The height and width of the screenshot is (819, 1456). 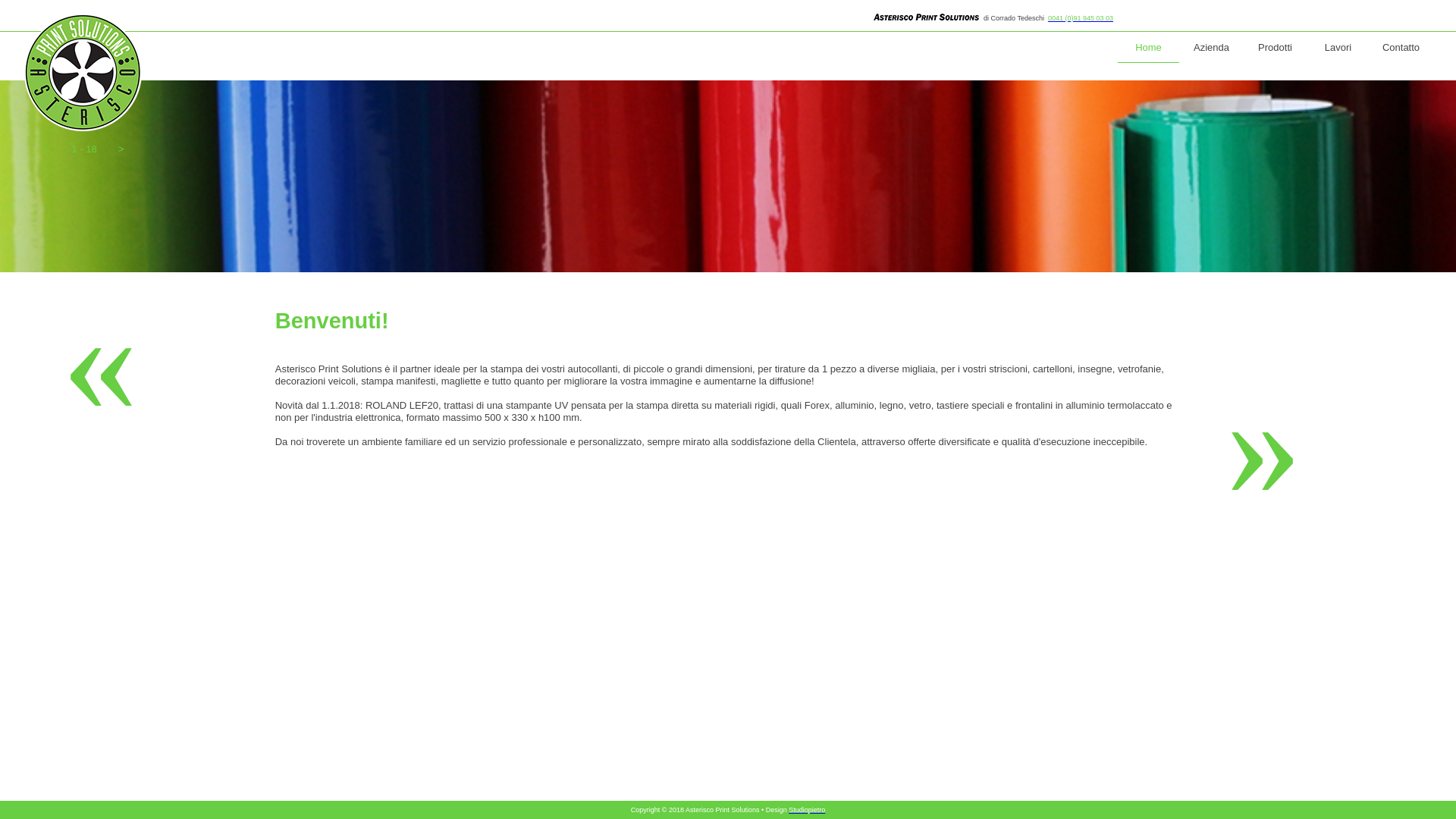 What do you see at coordinates (806, 809) in the screenshot?
I see `'Studiopietro'` at bounding box center [806, 809].